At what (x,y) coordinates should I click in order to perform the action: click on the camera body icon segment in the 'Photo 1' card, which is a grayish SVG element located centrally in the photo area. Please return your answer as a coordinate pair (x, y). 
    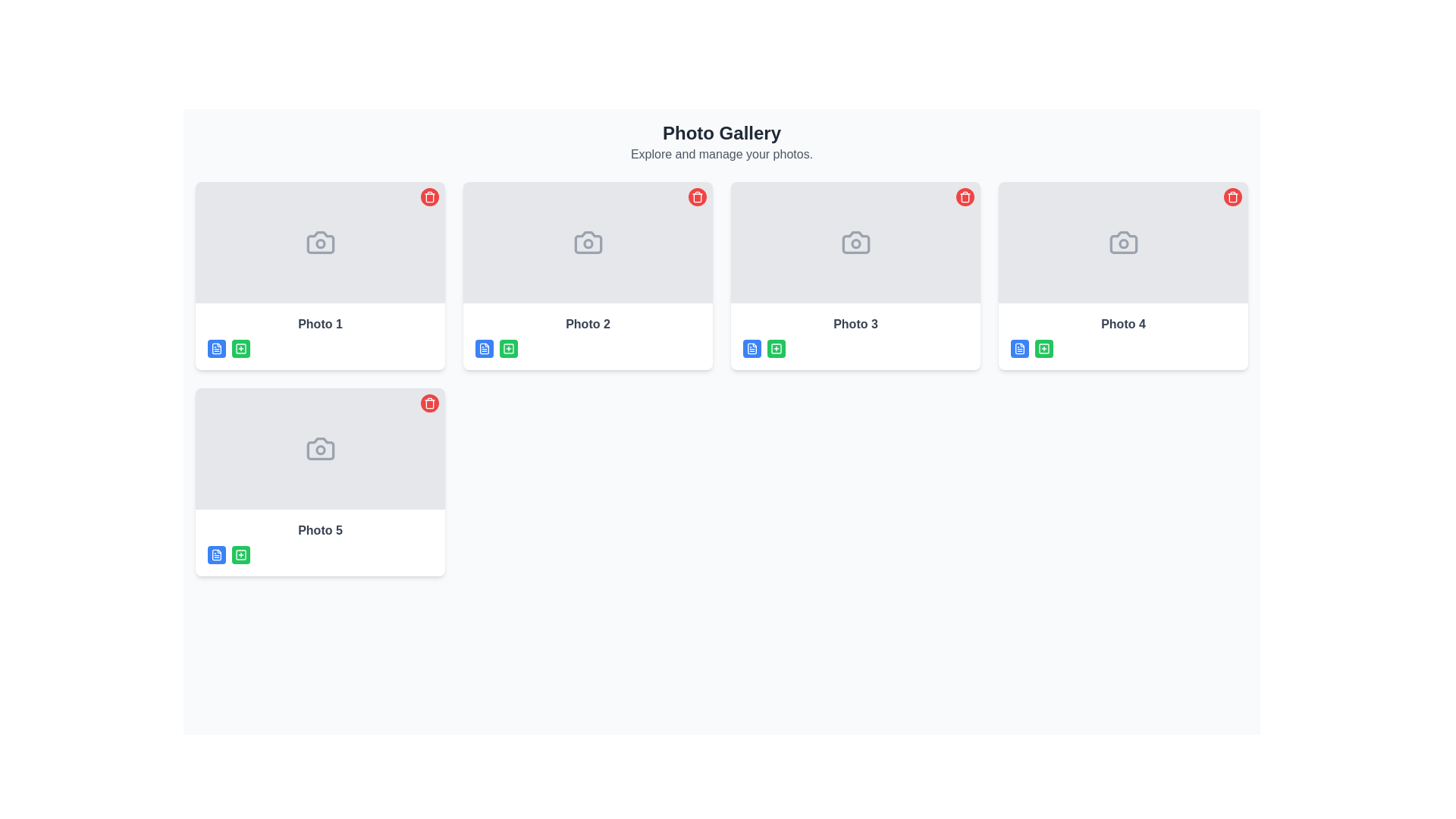
    Looking at the image, I should click on (319, 242).